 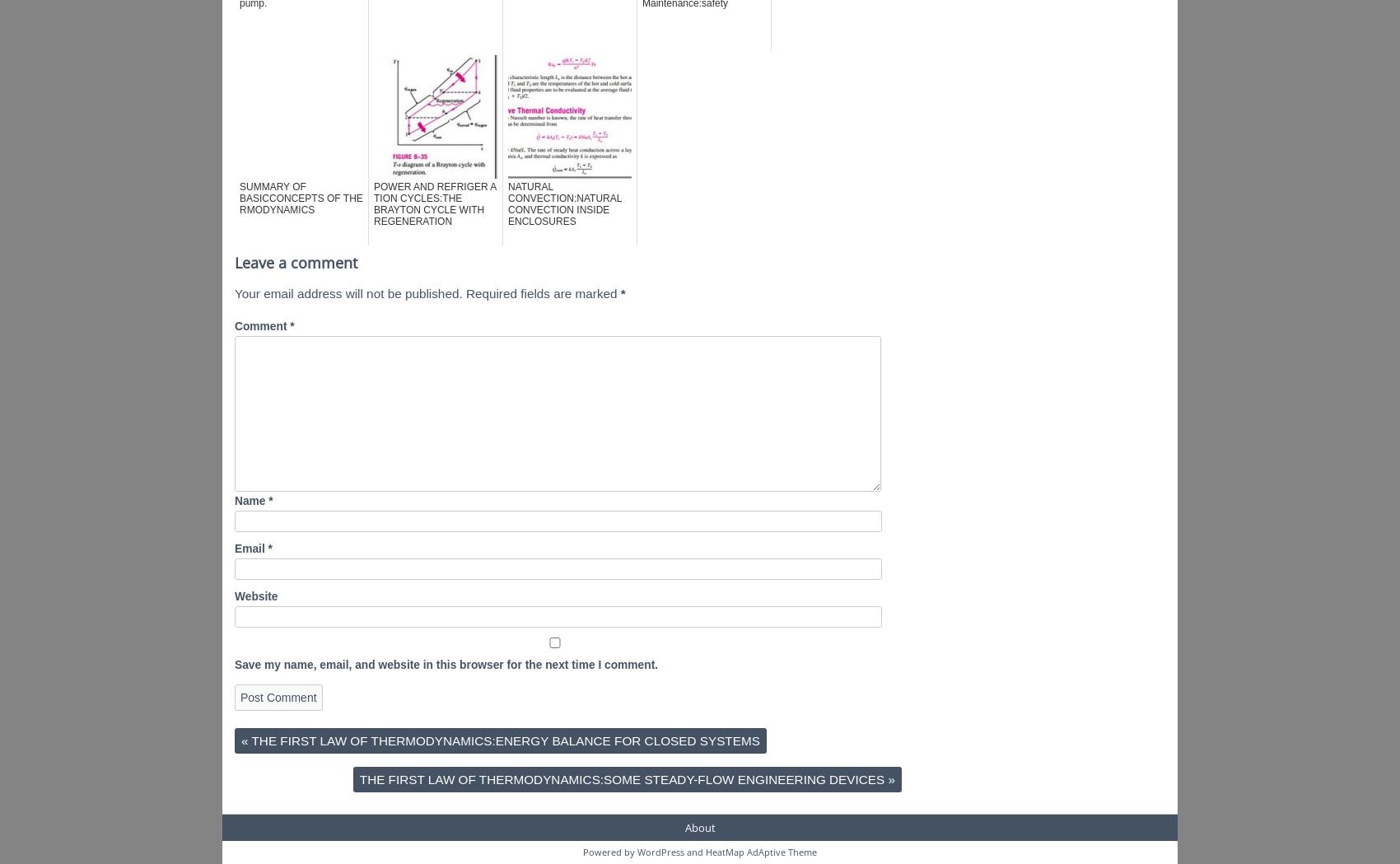 What do you see at coordinates (295, 261) in the screenshot?
I see `'Leave a comment'` at bounding box center [295, 261].